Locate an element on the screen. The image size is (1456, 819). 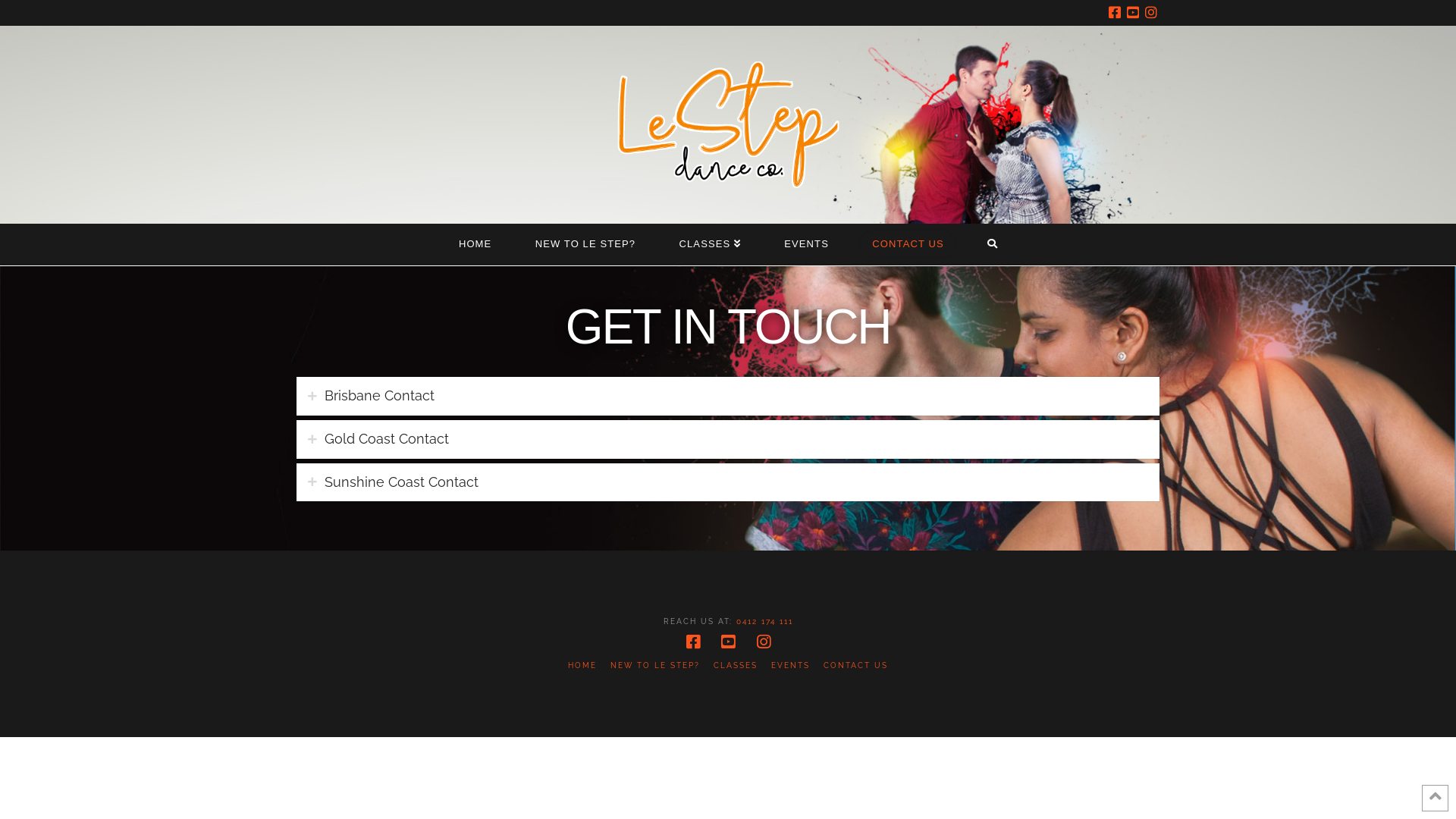
'Instagram' is located at coordinates (757, 642).